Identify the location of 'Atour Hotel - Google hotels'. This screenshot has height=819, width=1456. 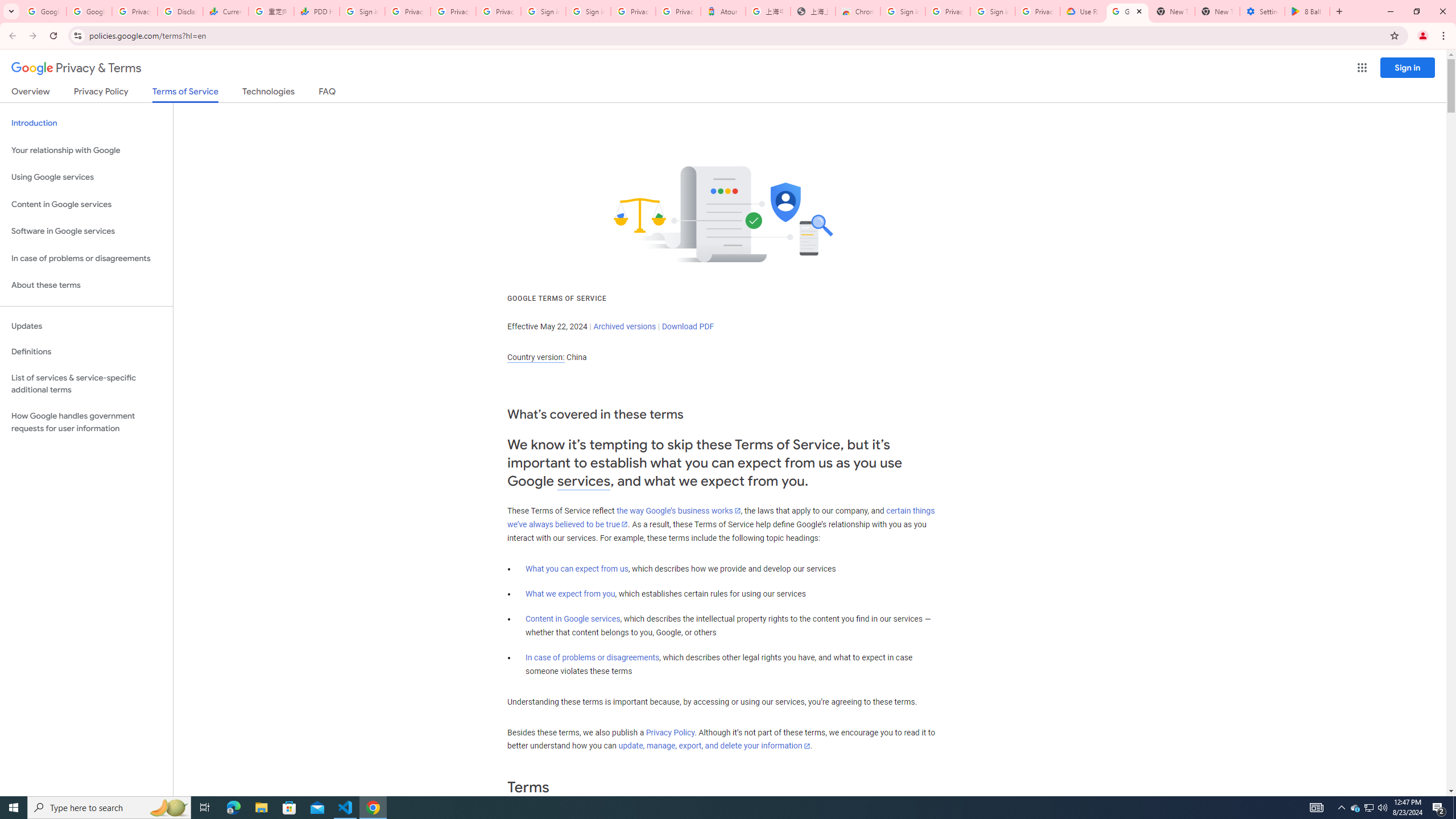
(723, 11).